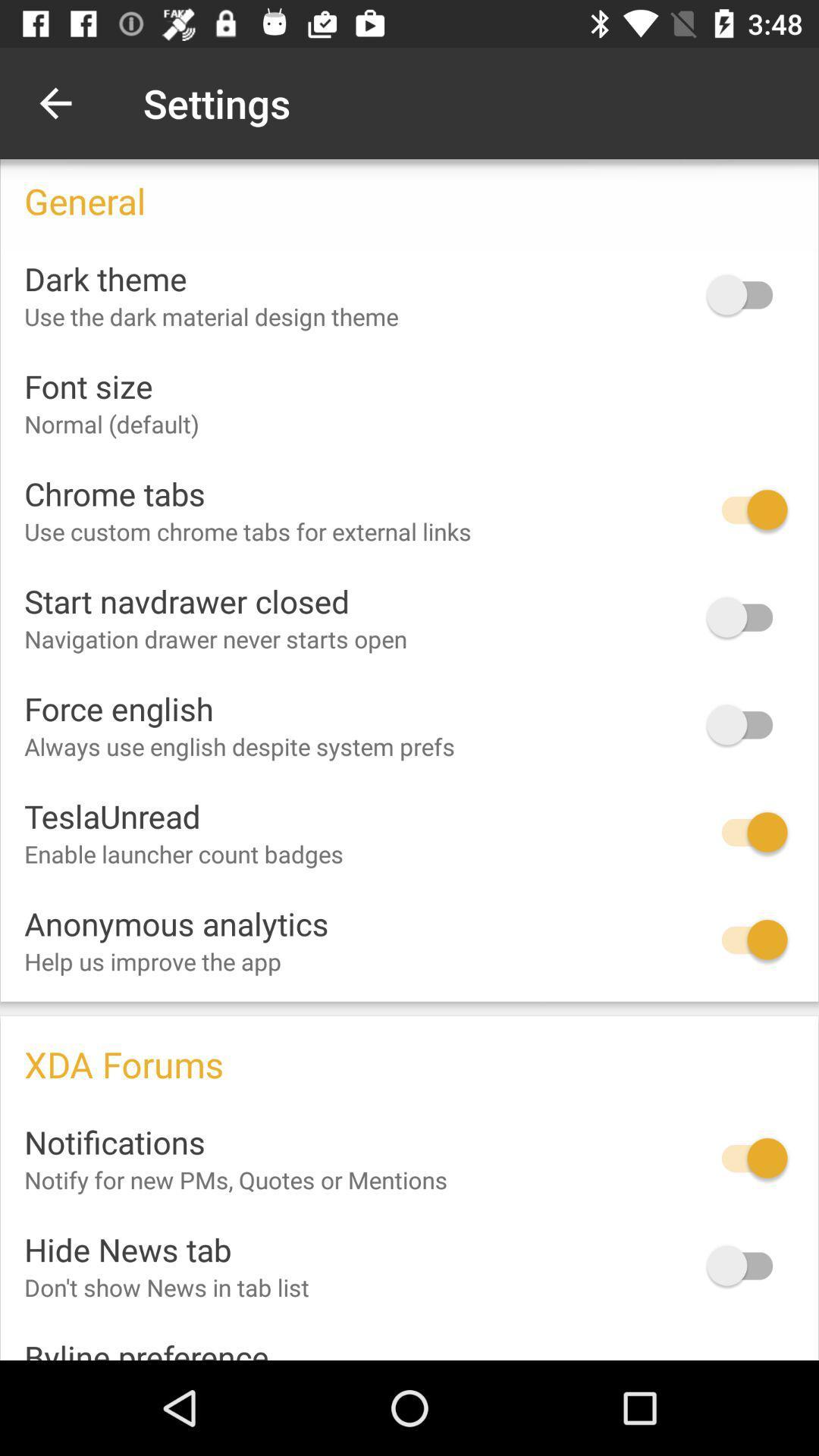 The height and width of the screenshot is (1456, 819). Describe the element at coordinates (746, 617) in the screenshot. I see `navdrawer toggle` at that location.